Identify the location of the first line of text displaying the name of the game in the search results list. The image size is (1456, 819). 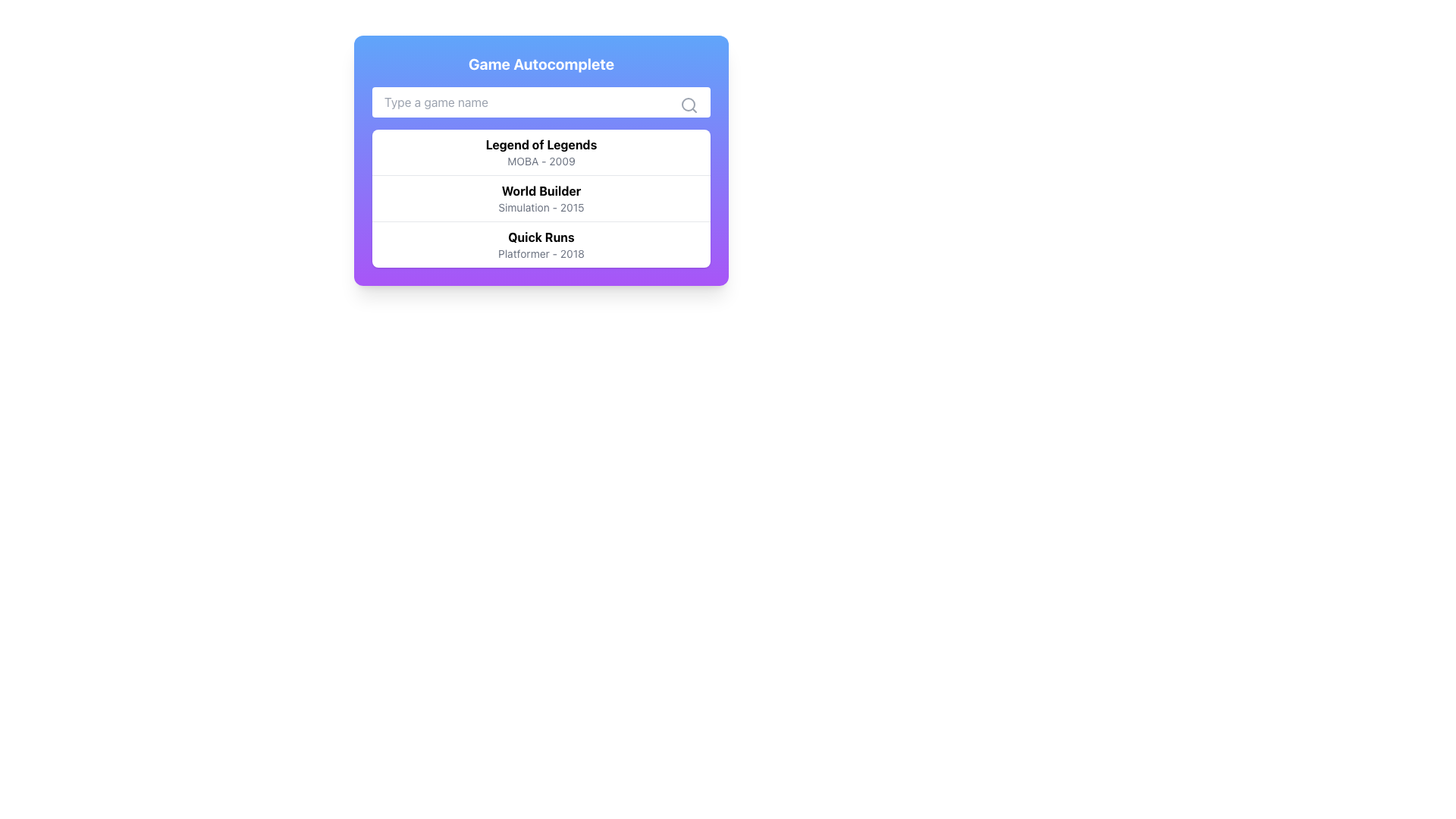
(541, 145).